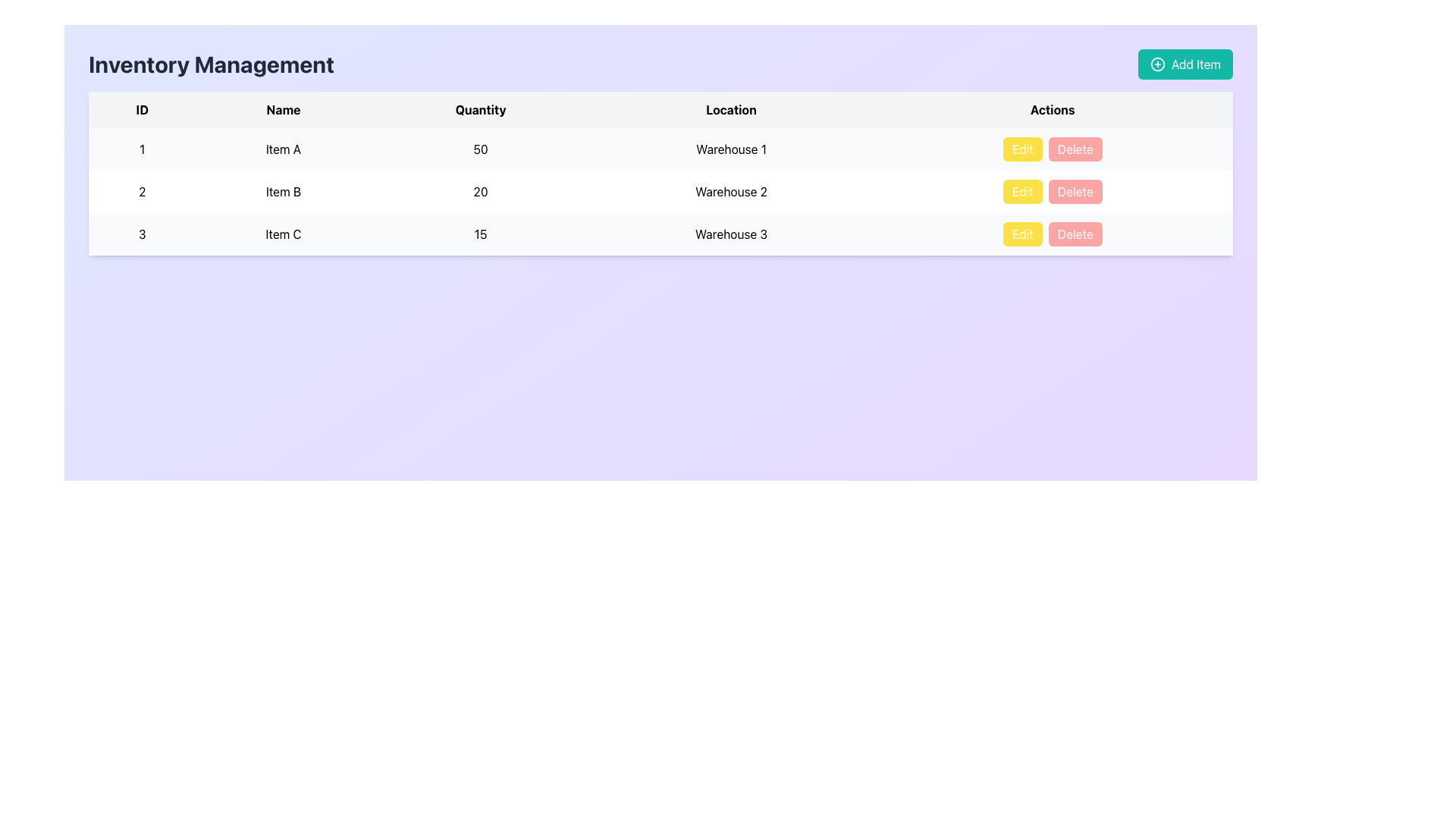 The height and width of the screenshot is (819, 1456). I want to click on the red 'Delete' button in the button group aligned with 'Item B' located in the last column labeled 'Actions', so click(1052, 191).